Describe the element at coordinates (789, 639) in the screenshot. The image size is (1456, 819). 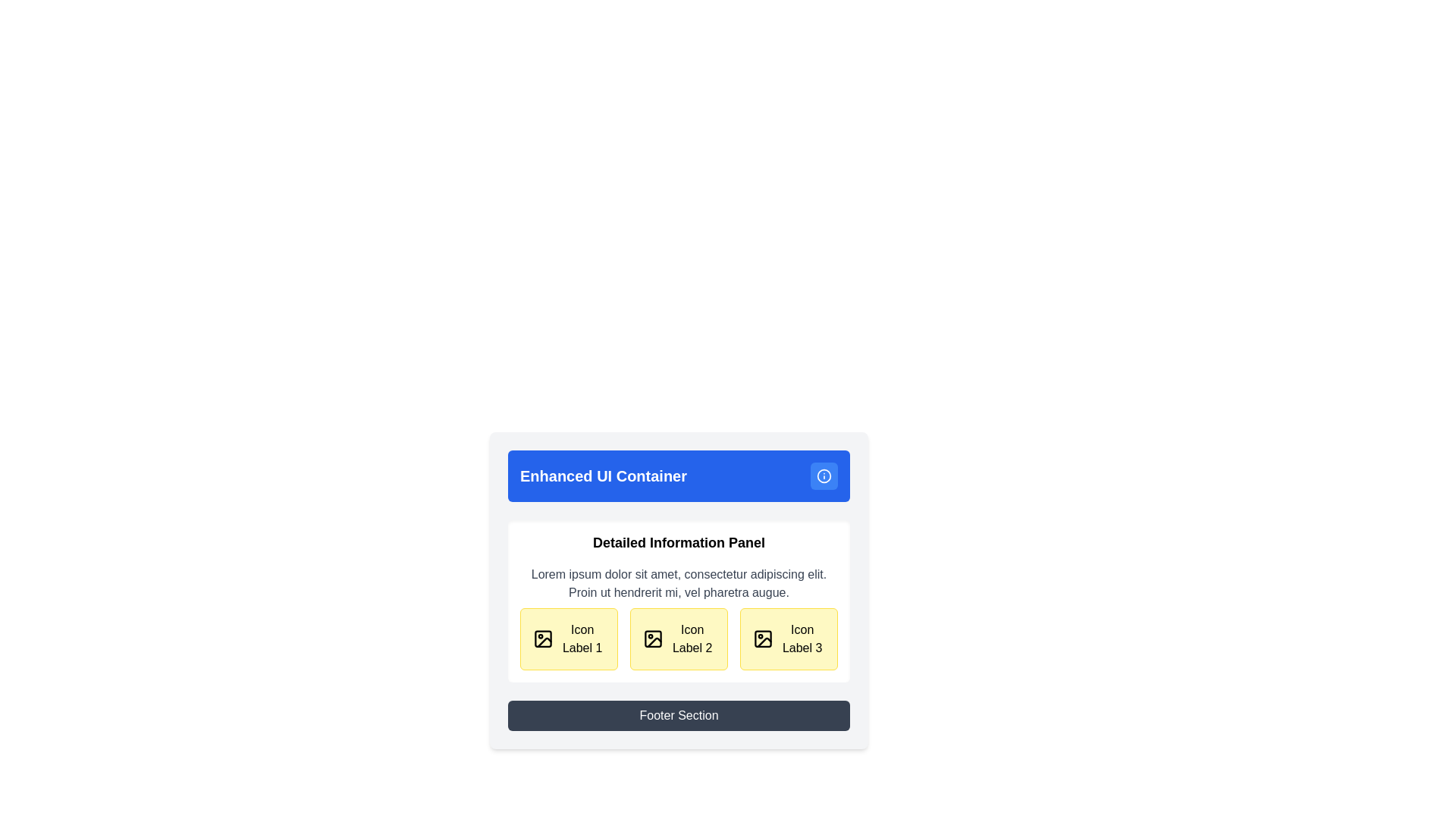
I see `label of the third yellow box containing an image icon and the text 'Icon Label 3' written in bold` at that location.